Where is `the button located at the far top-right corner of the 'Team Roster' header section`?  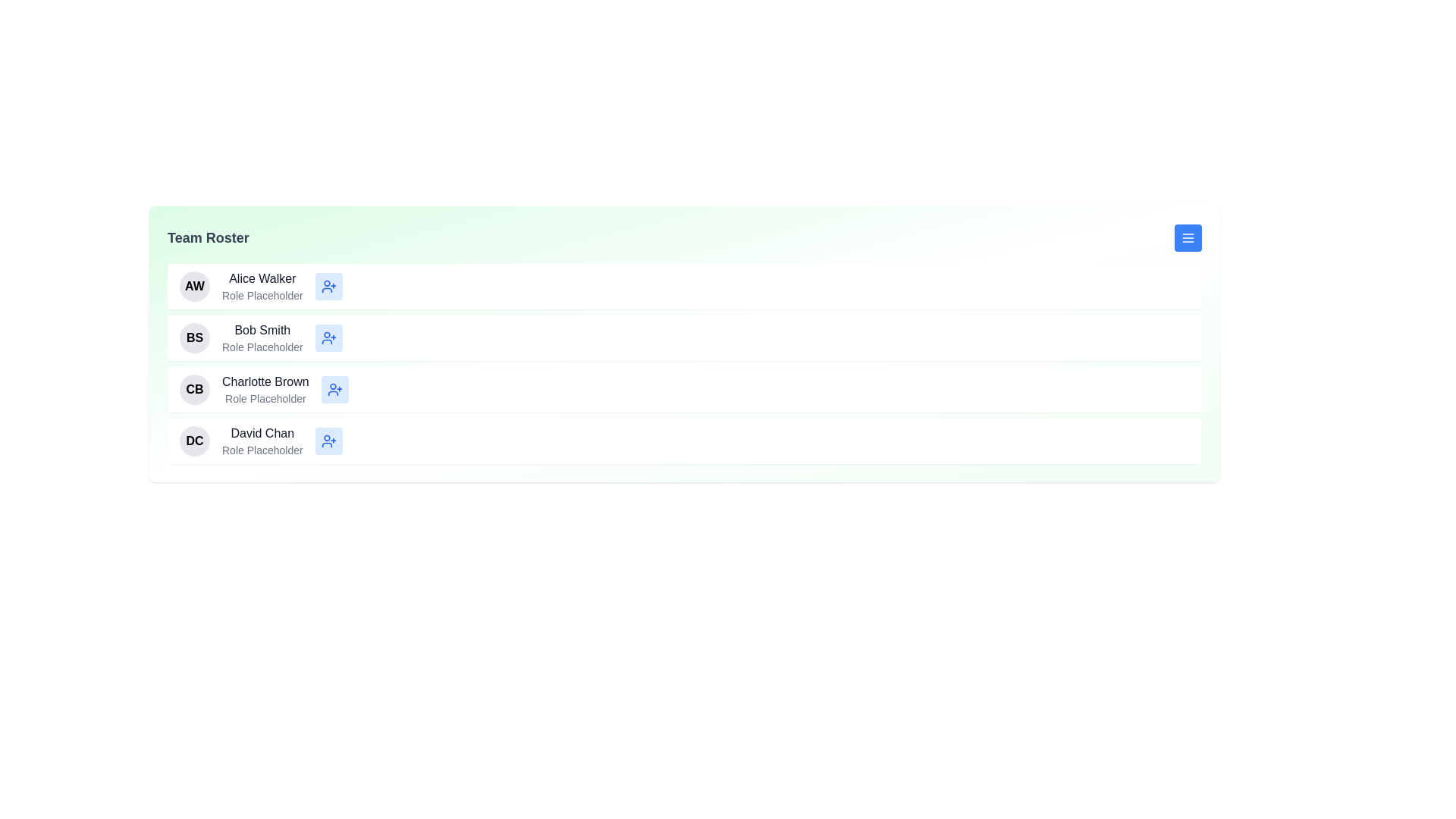 the button located at the far top-right corner of the 'Team Roster' header section is located at coordinates (1187, 237).